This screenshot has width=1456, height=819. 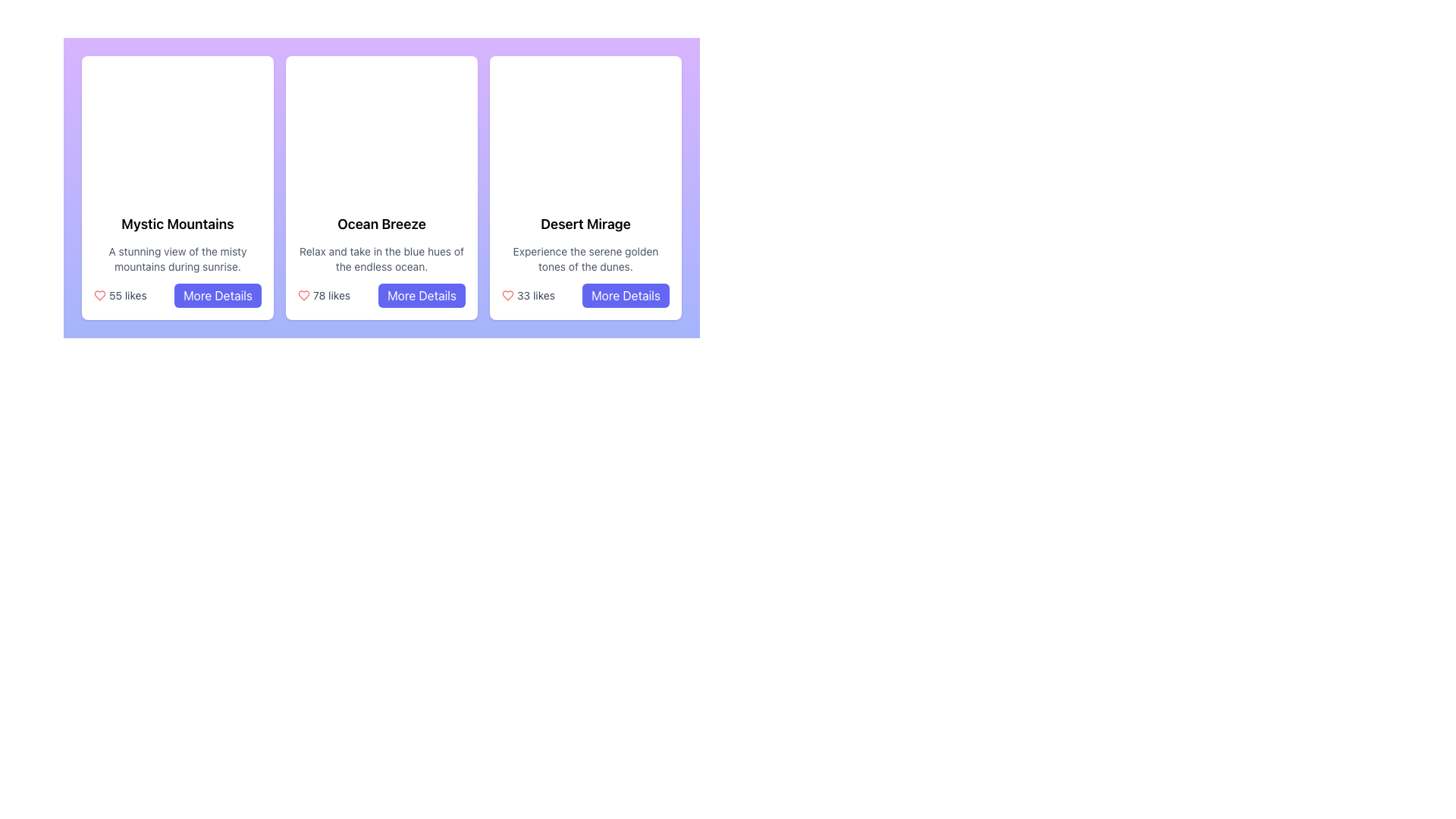 I want to click on the text label displaying 'Ocean Breeze', which serves as the title for the content block located at the top of the central block among three horizontally aligned content cards, so click(x=381, y=224).